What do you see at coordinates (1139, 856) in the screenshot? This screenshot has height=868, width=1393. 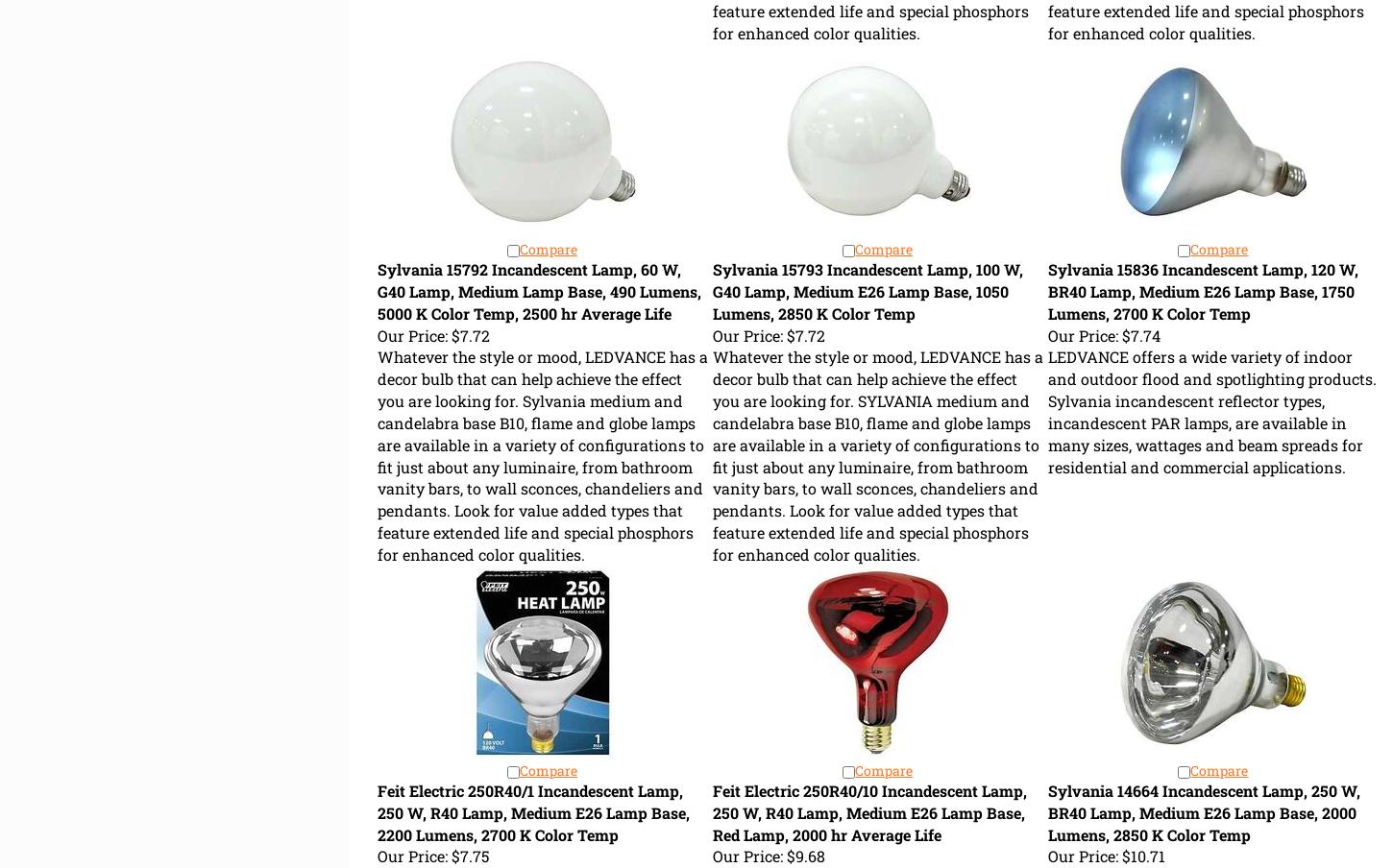 I see `'$10.71'` at bounding box center [1139, 856].